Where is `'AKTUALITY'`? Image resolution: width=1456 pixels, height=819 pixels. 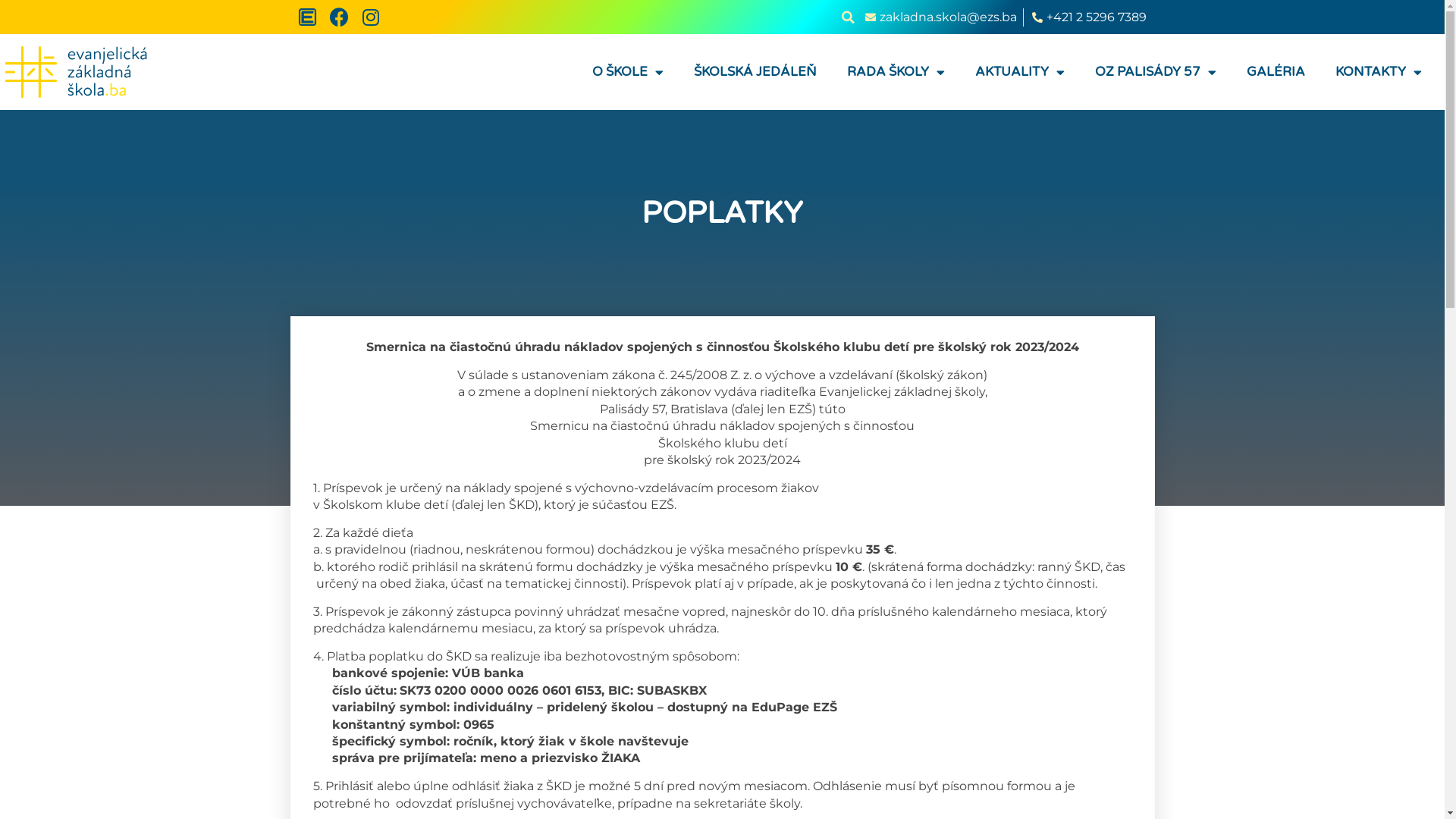
'AKTUALITY' is located at coordinates (1019, 72).